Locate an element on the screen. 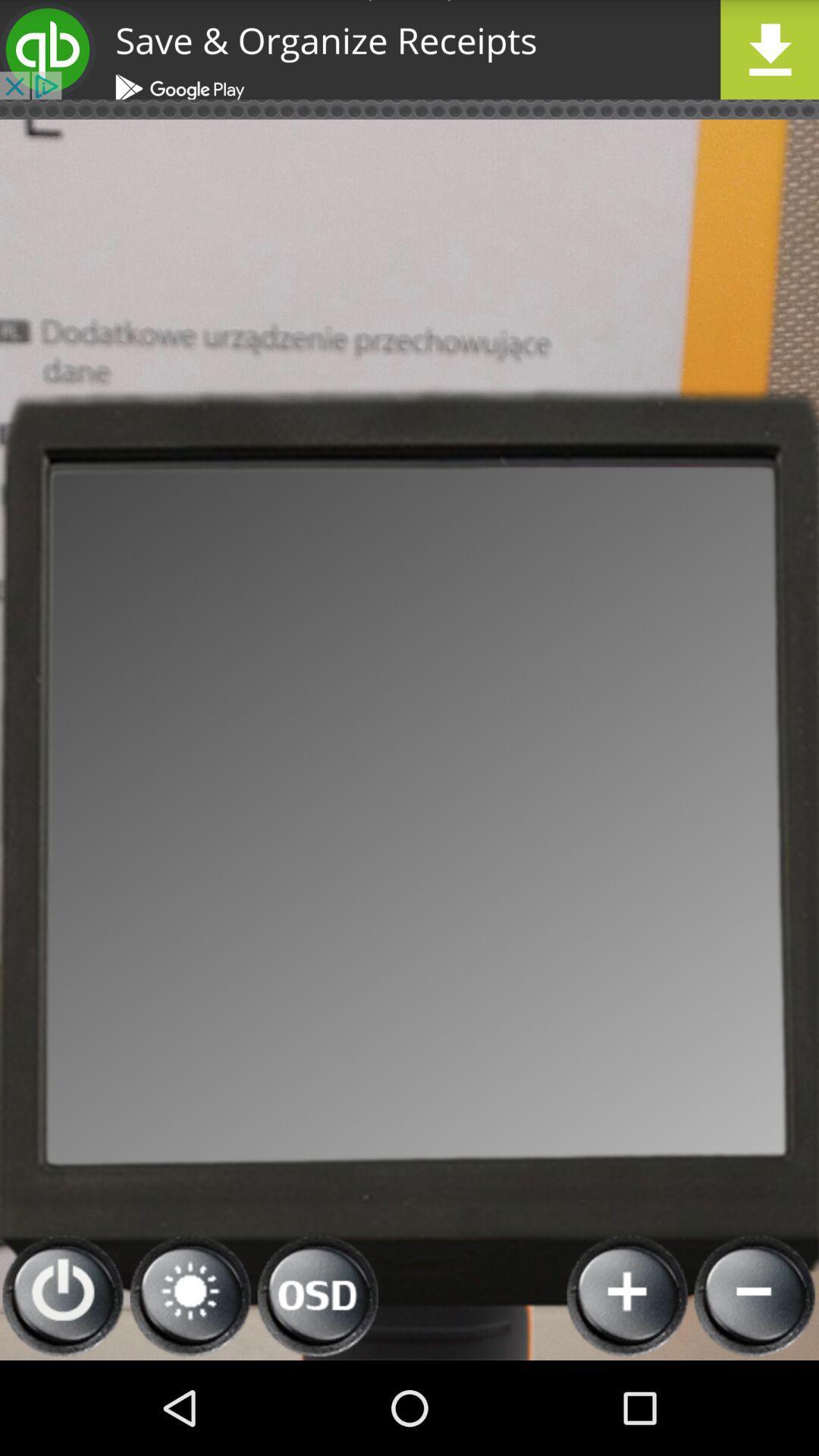 The height and width of the screenshot is (1456, 819). the power icon is located at coordinates (63, 1388).